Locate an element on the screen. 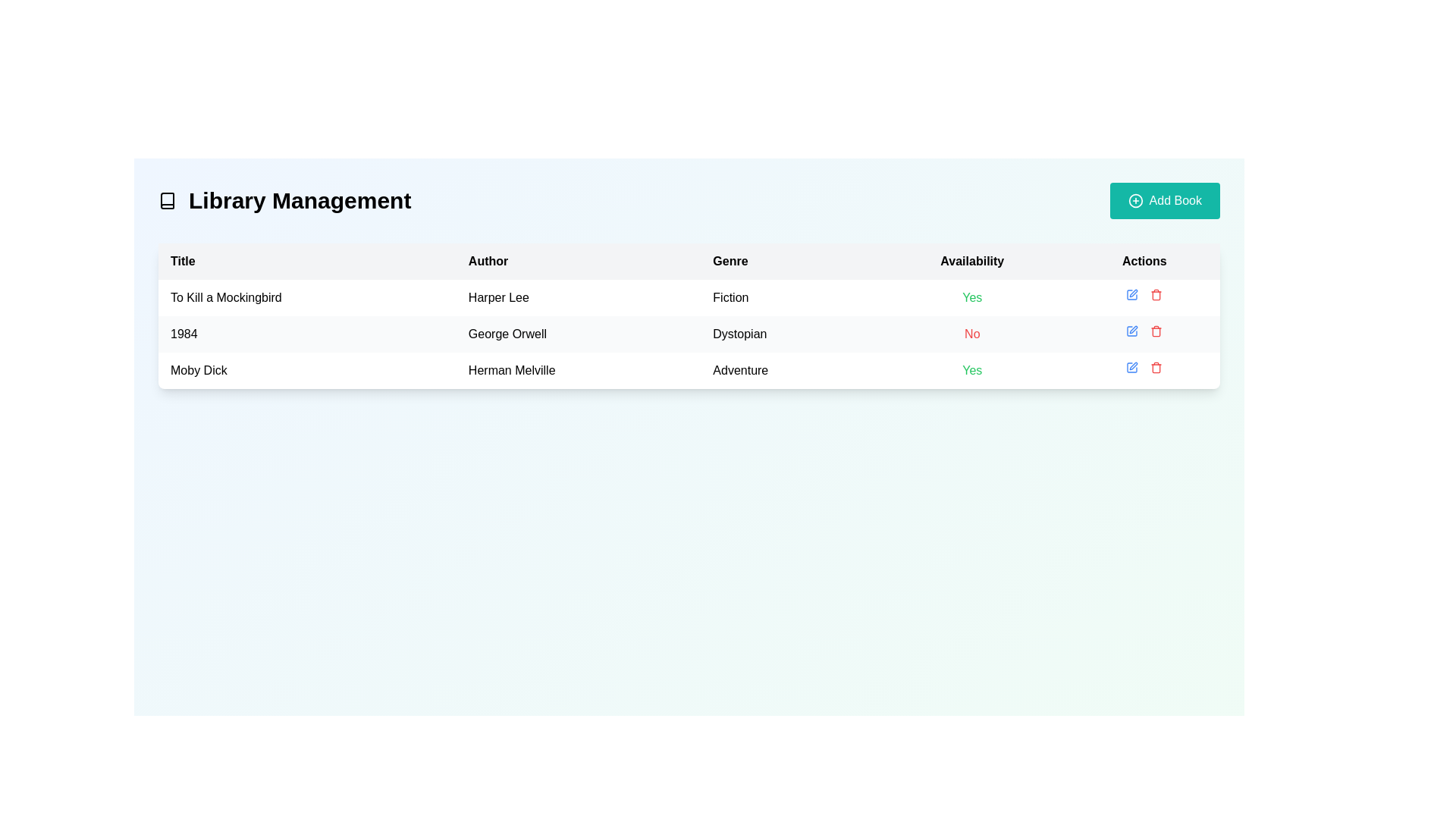 The image size is (1456, 819). the edit icon represented by a pen in the 'Actions' column for the item '1984' by George Orwell to initiate the edit action is located at coordinates (1134, 293).